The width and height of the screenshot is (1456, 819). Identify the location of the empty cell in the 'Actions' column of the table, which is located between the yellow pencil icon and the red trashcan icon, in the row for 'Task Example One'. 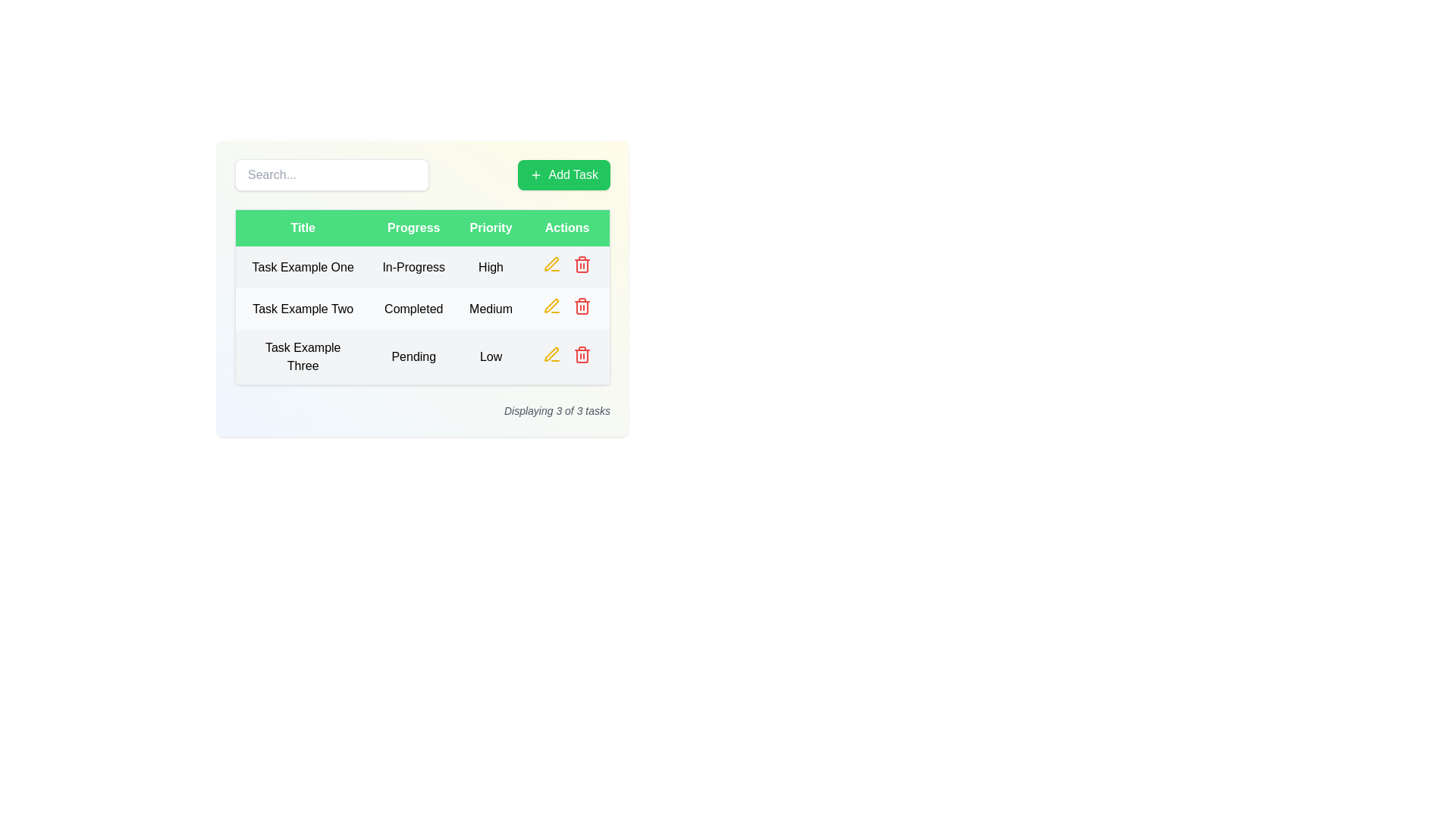
(566, 266).